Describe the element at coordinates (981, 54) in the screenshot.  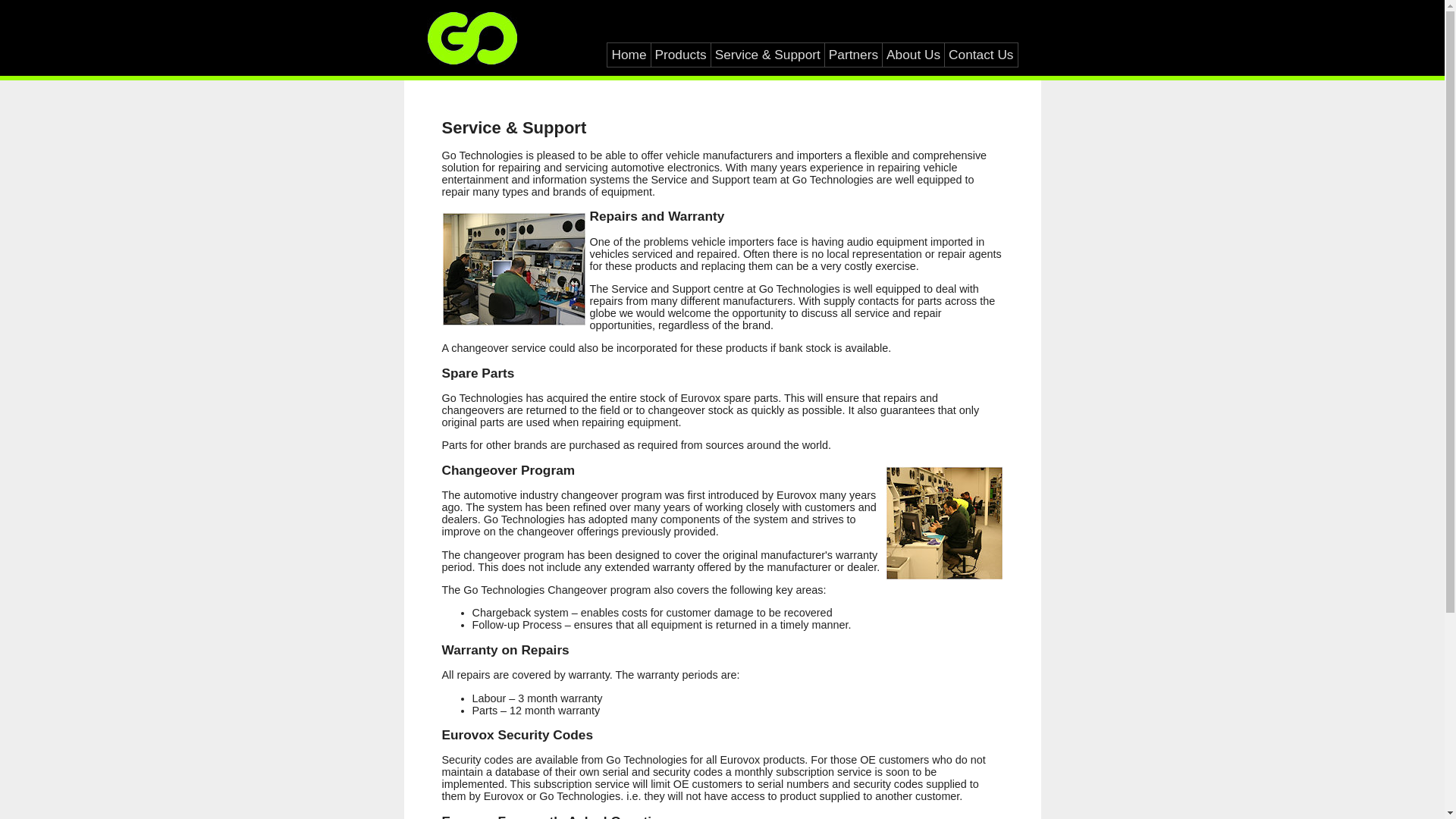
I see `'Contact Us'` at that location.